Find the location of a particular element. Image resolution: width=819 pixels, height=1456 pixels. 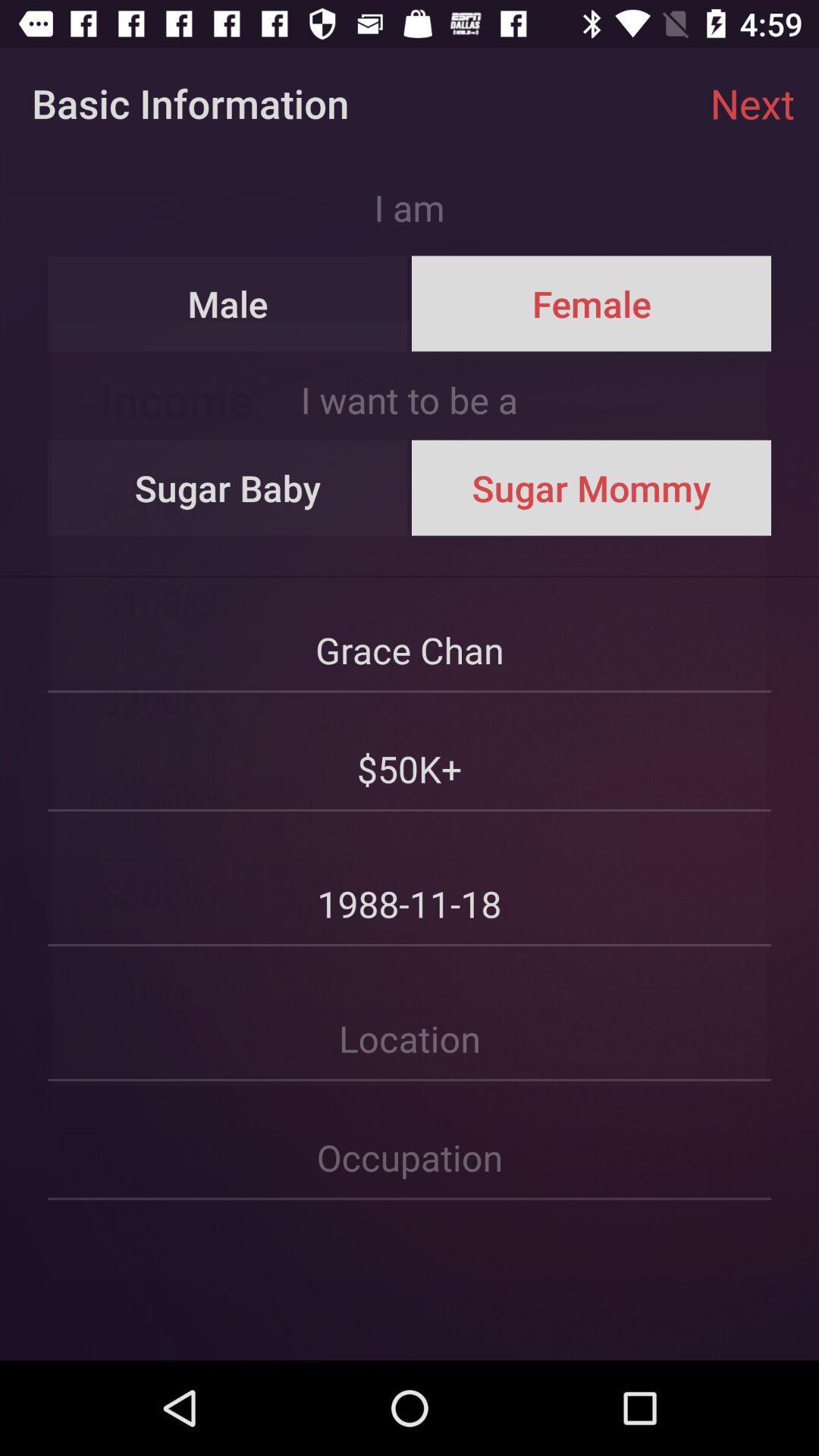

male icon is located at coordinates (227, 303).